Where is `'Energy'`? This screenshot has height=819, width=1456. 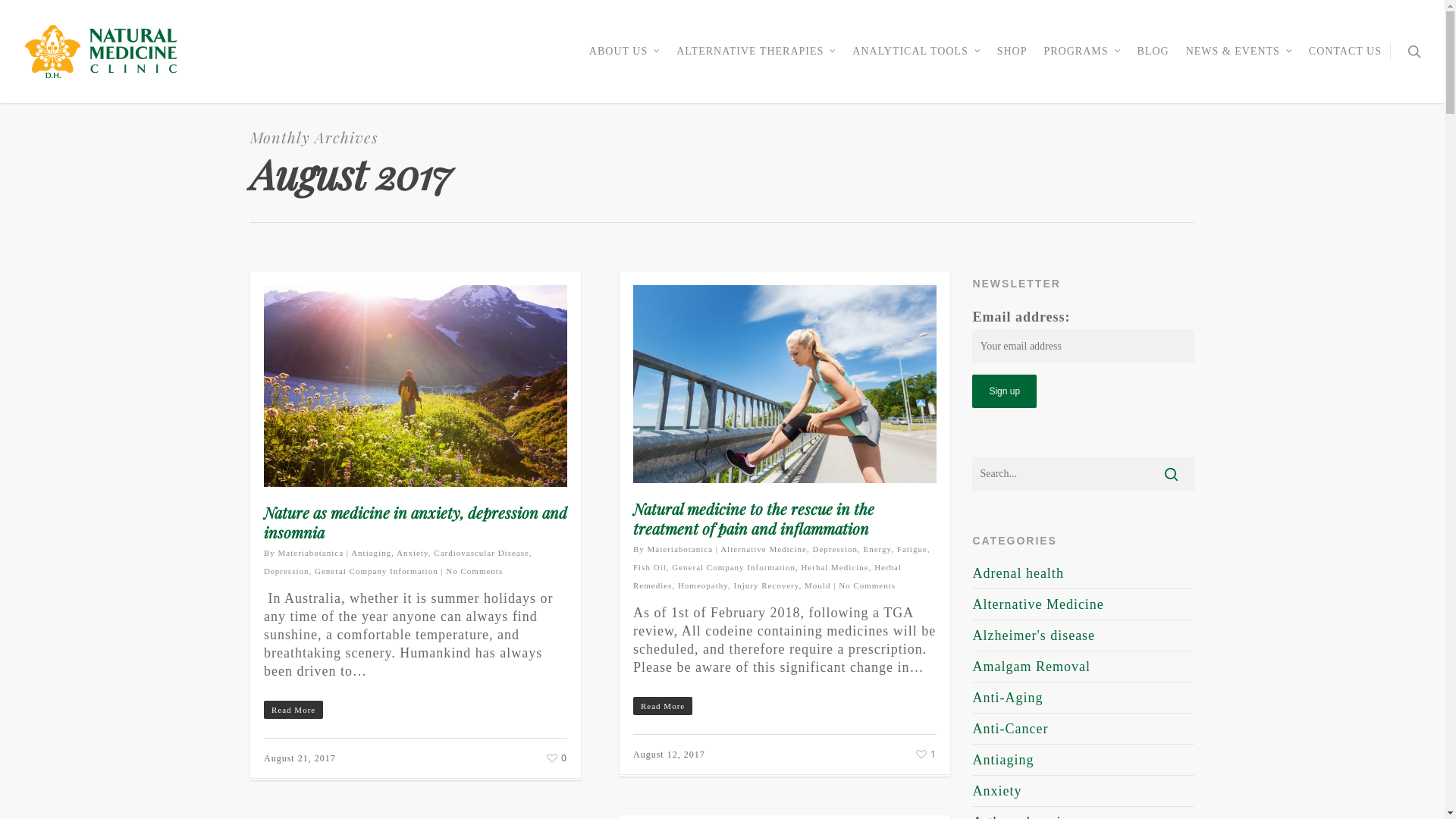 'Energy' is located at coordinates (862, 549).